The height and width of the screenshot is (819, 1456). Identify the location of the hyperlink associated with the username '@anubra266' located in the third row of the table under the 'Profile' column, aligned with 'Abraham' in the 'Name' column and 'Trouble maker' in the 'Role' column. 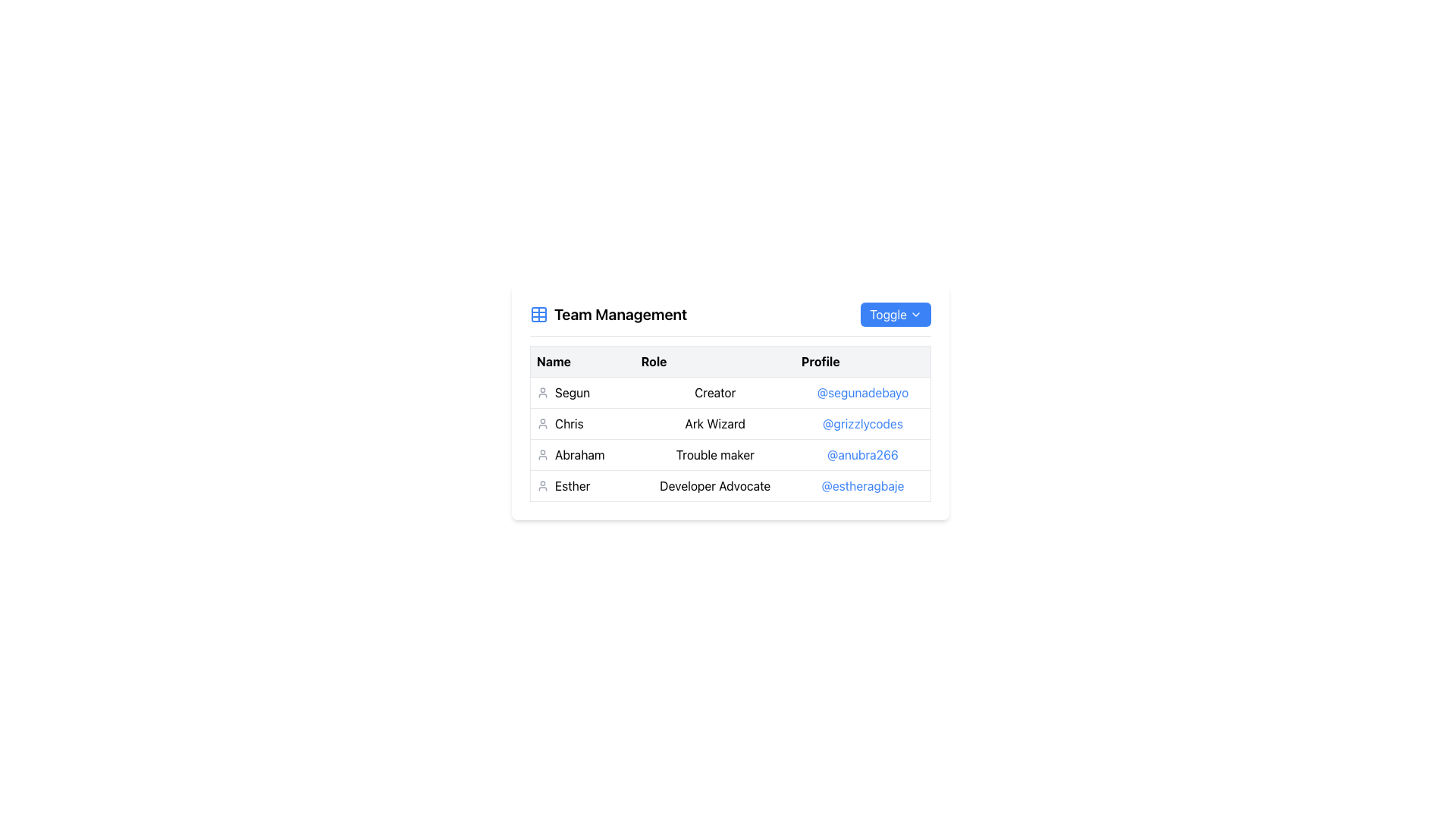
(862, 454).